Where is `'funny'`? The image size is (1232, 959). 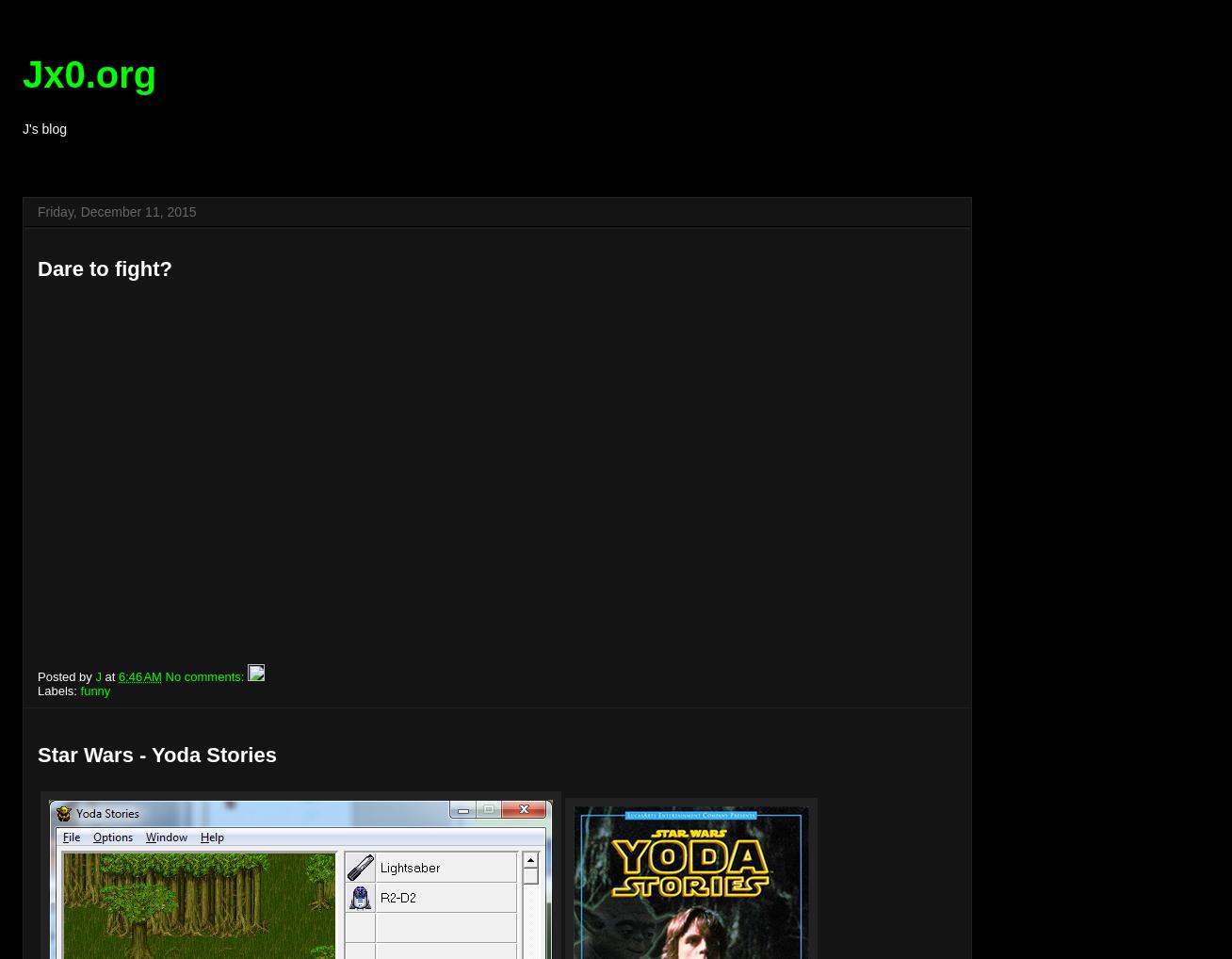
'funny' is located at coordinates (79, 690).